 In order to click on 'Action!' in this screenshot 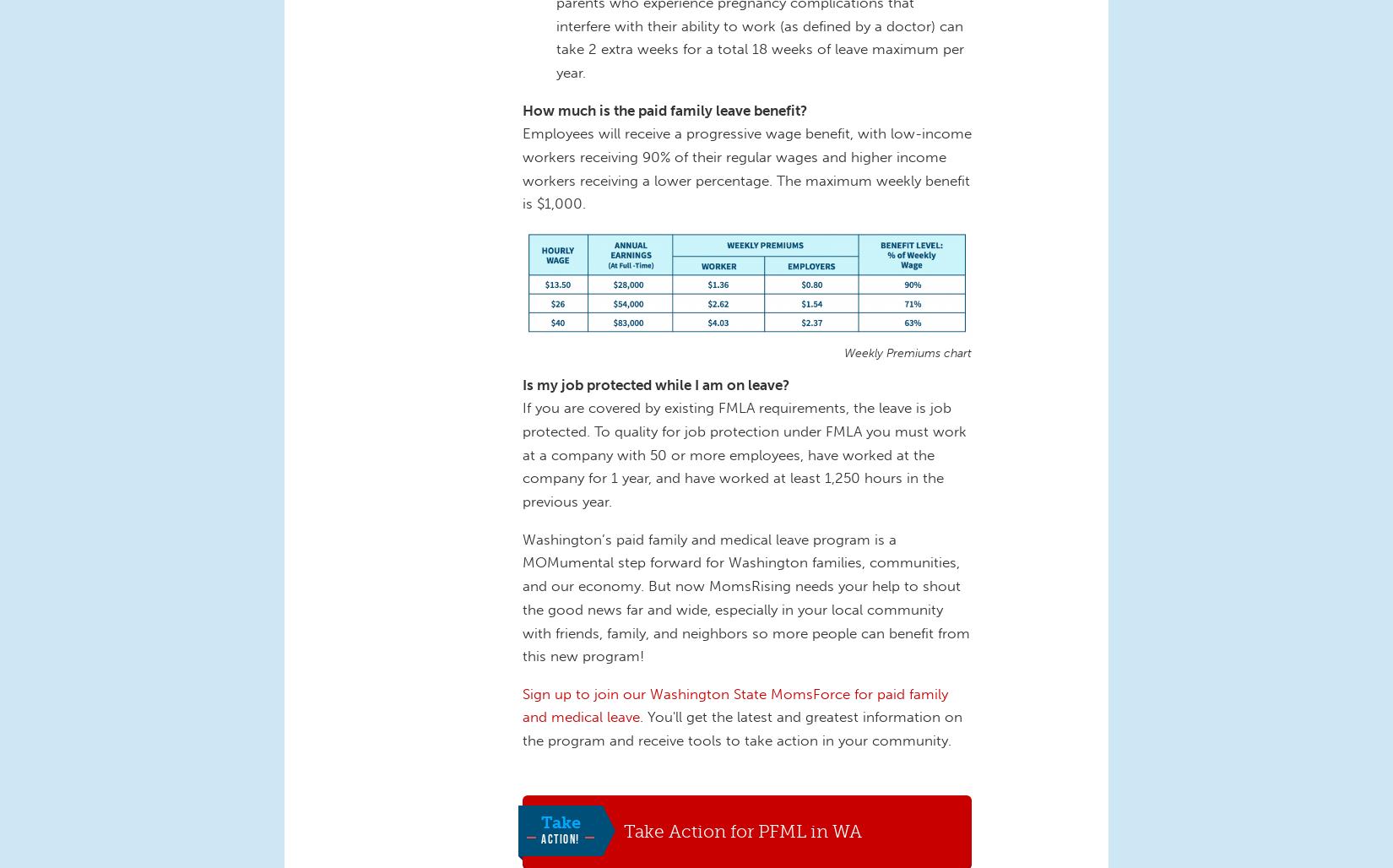, I will do `click(540, 837)`.